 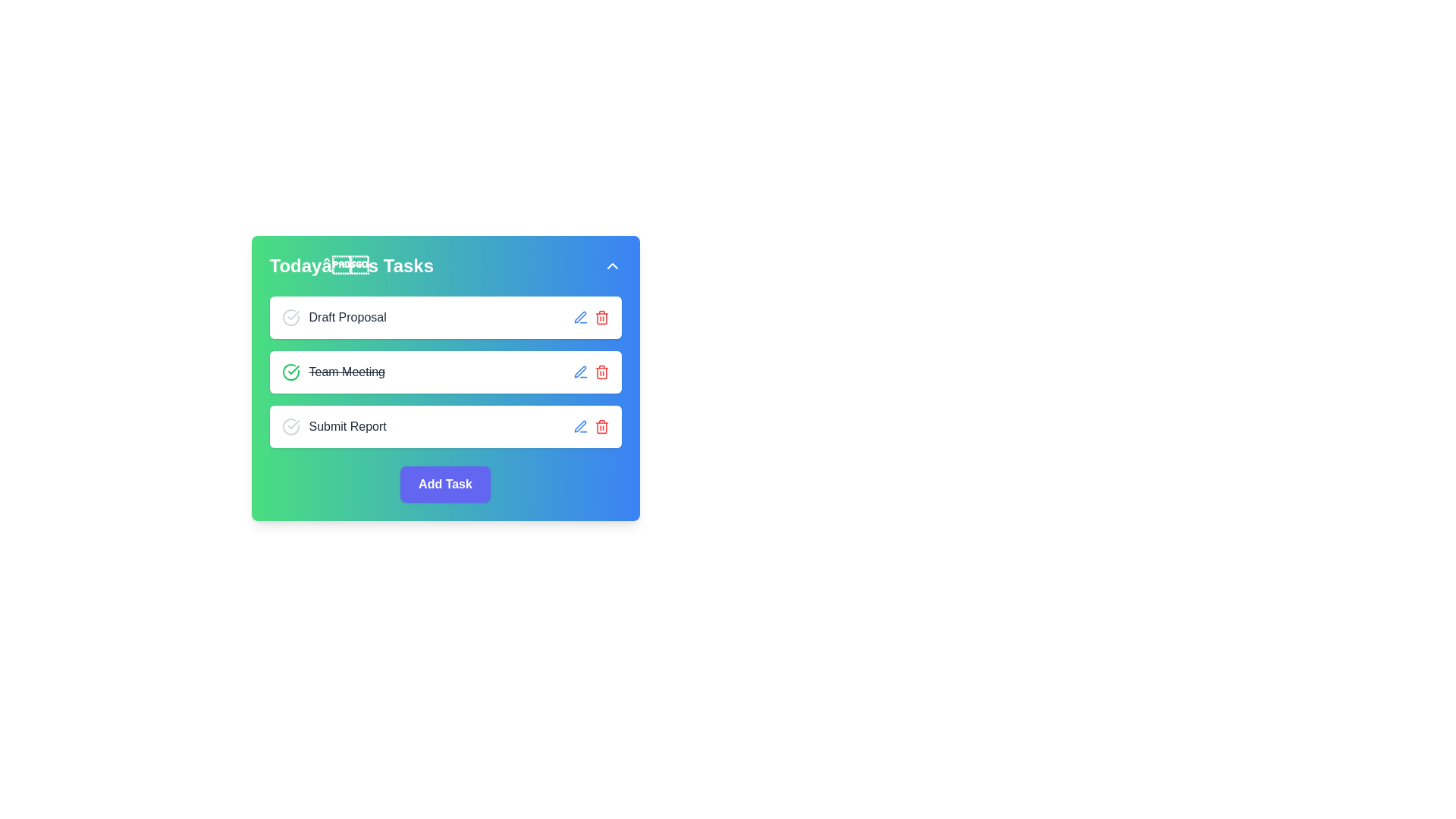 I want to click on the 'Draft Proposal' label with the circular checkmark icon located in the topmost task item of the task list interface, so click(x=333, y=317).